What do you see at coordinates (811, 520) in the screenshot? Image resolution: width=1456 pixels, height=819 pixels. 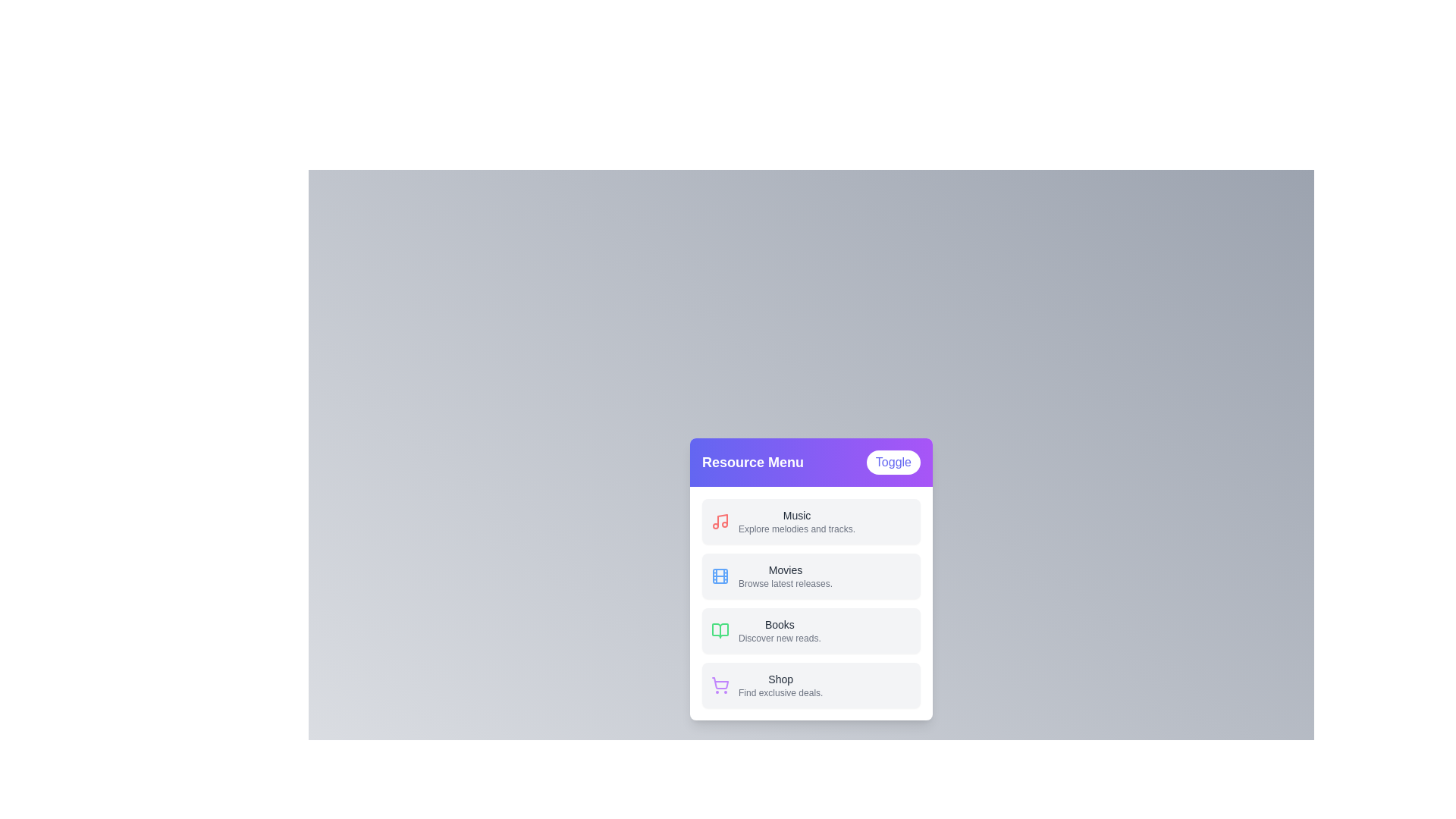 I see `the menu item labeled 'Music'` at bounding box center [811, 520].